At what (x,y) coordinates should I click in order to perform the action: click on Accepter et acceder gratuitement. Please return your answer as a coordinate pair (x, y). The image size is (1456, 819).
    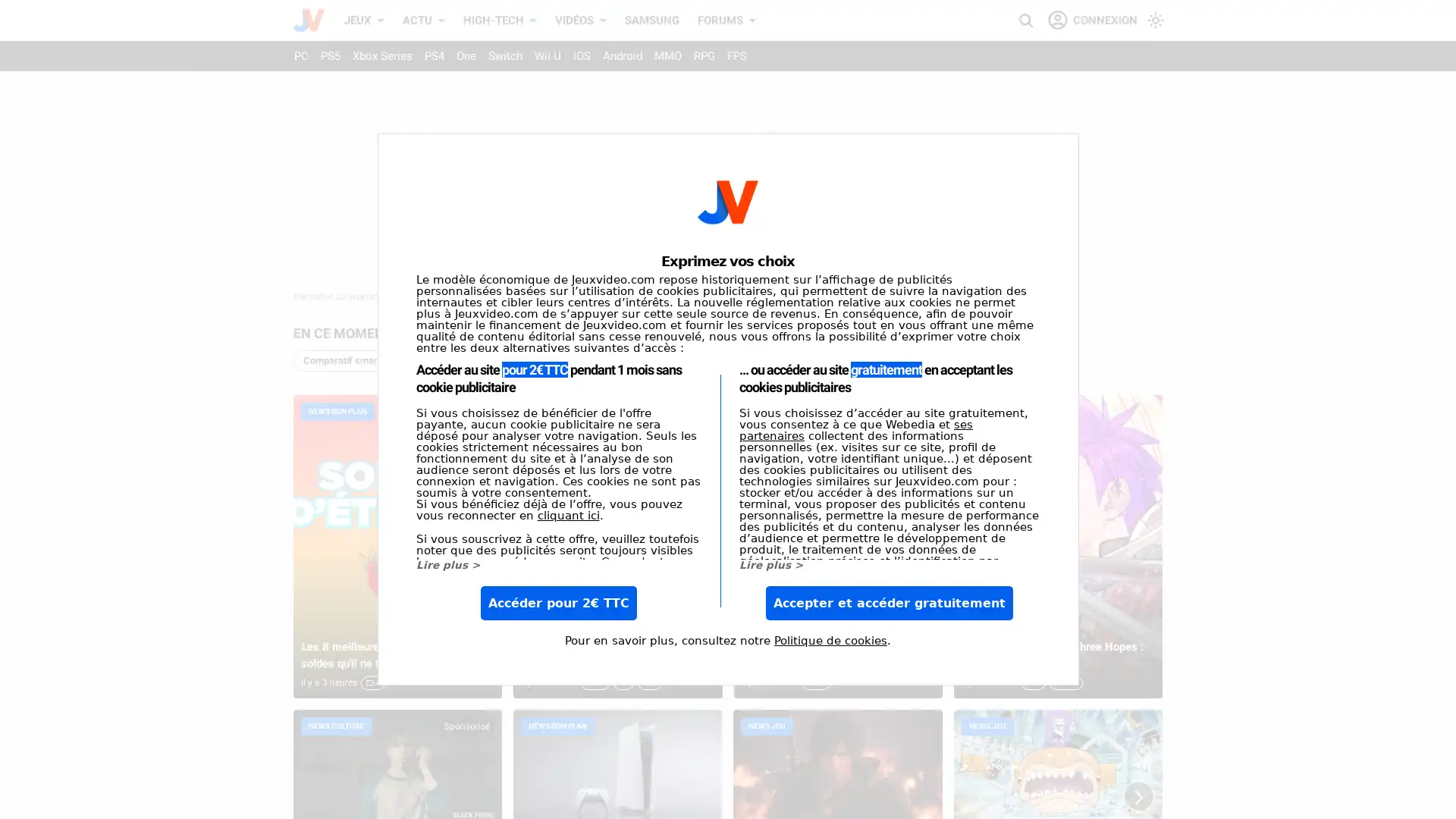
    Looking at the image, I should click on (889, 602).